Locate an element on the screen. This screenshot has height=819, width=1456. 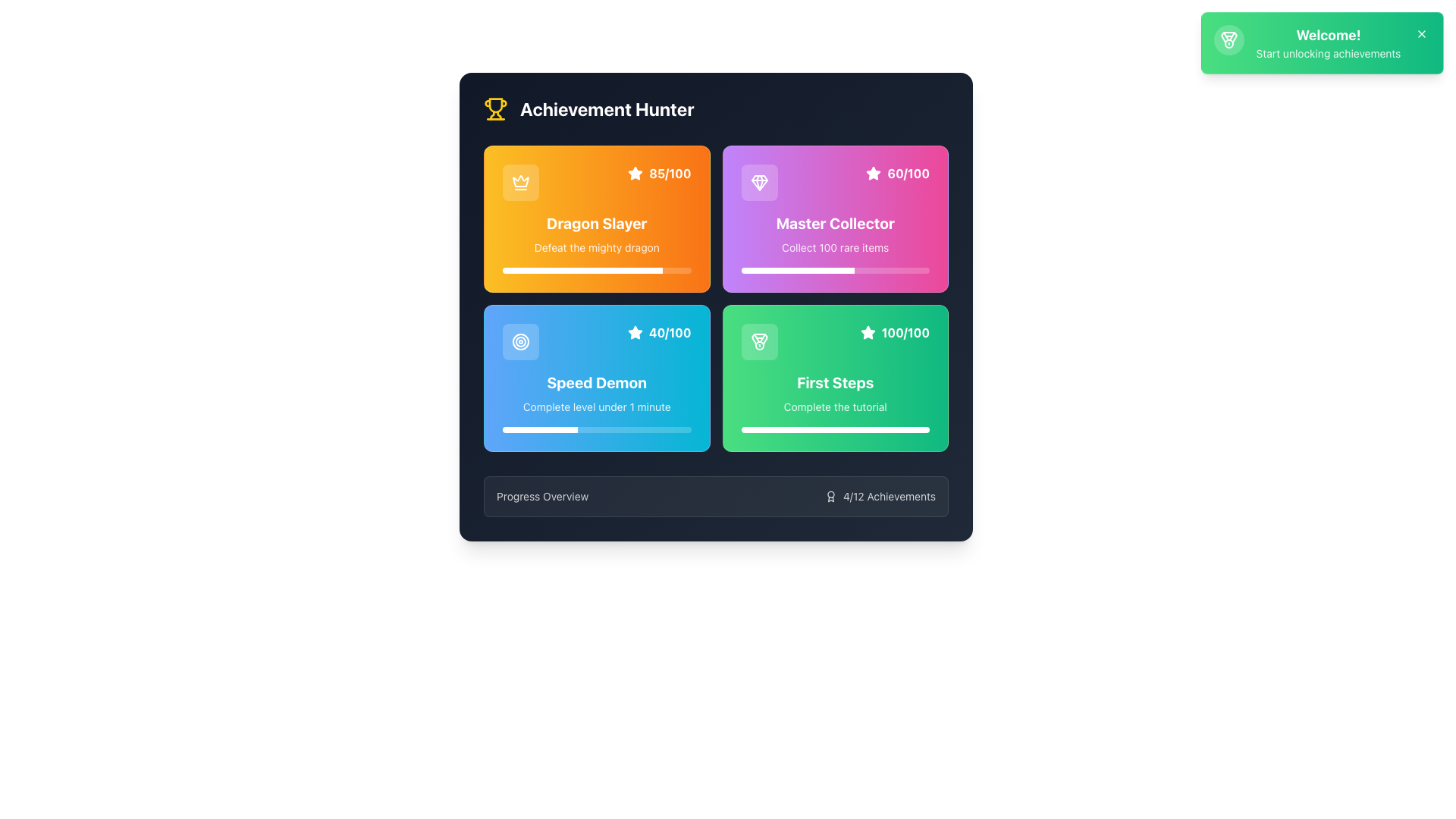
the largest SVG Circle element, which represents a target within the concentric circle pattern in the interface is located at coordinates (520, 342).